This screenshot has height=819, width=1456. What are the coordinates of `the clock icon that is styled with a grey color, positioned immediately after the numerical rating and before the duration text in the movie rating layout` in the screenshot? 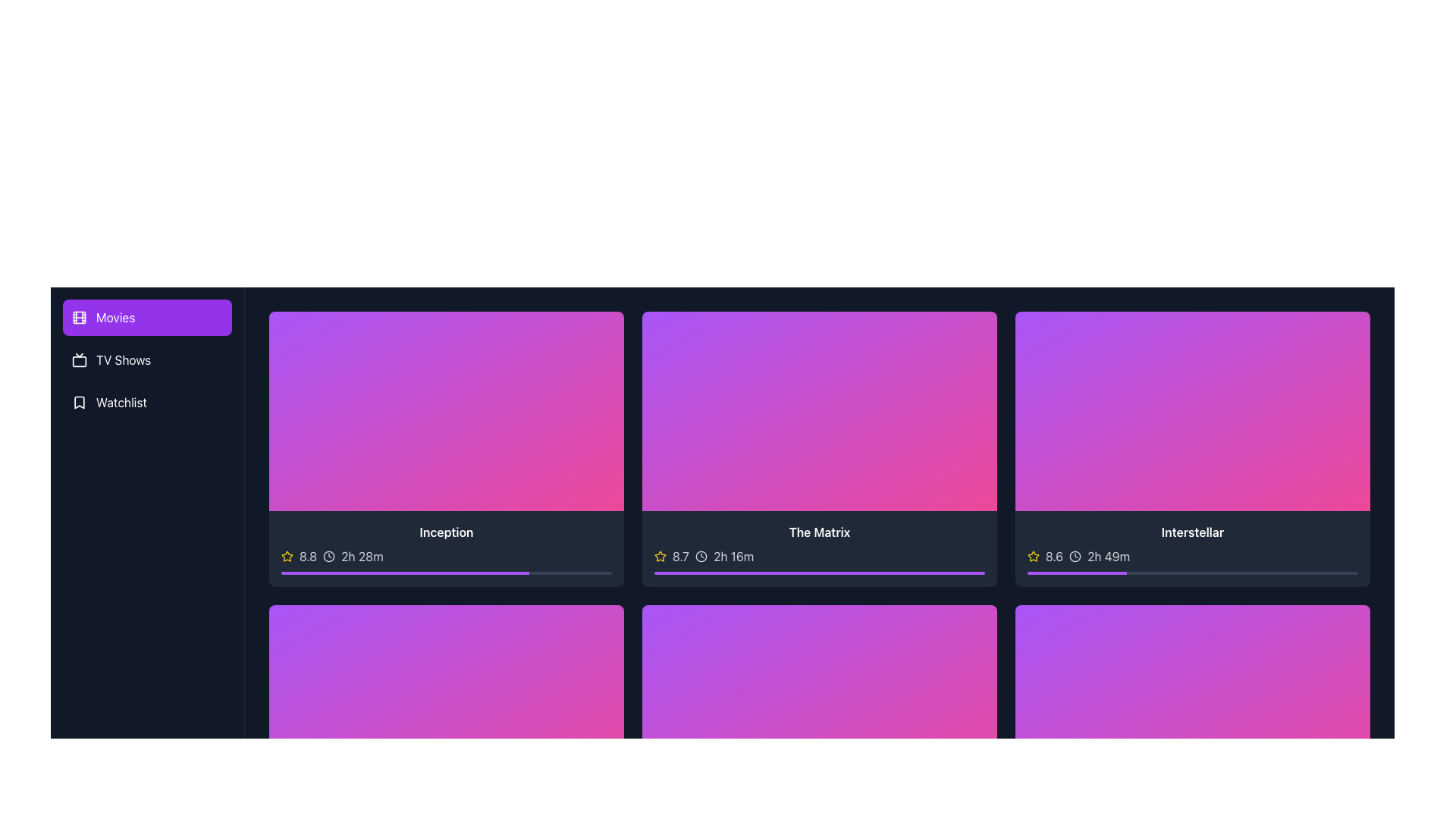 It's located at (328, 557).